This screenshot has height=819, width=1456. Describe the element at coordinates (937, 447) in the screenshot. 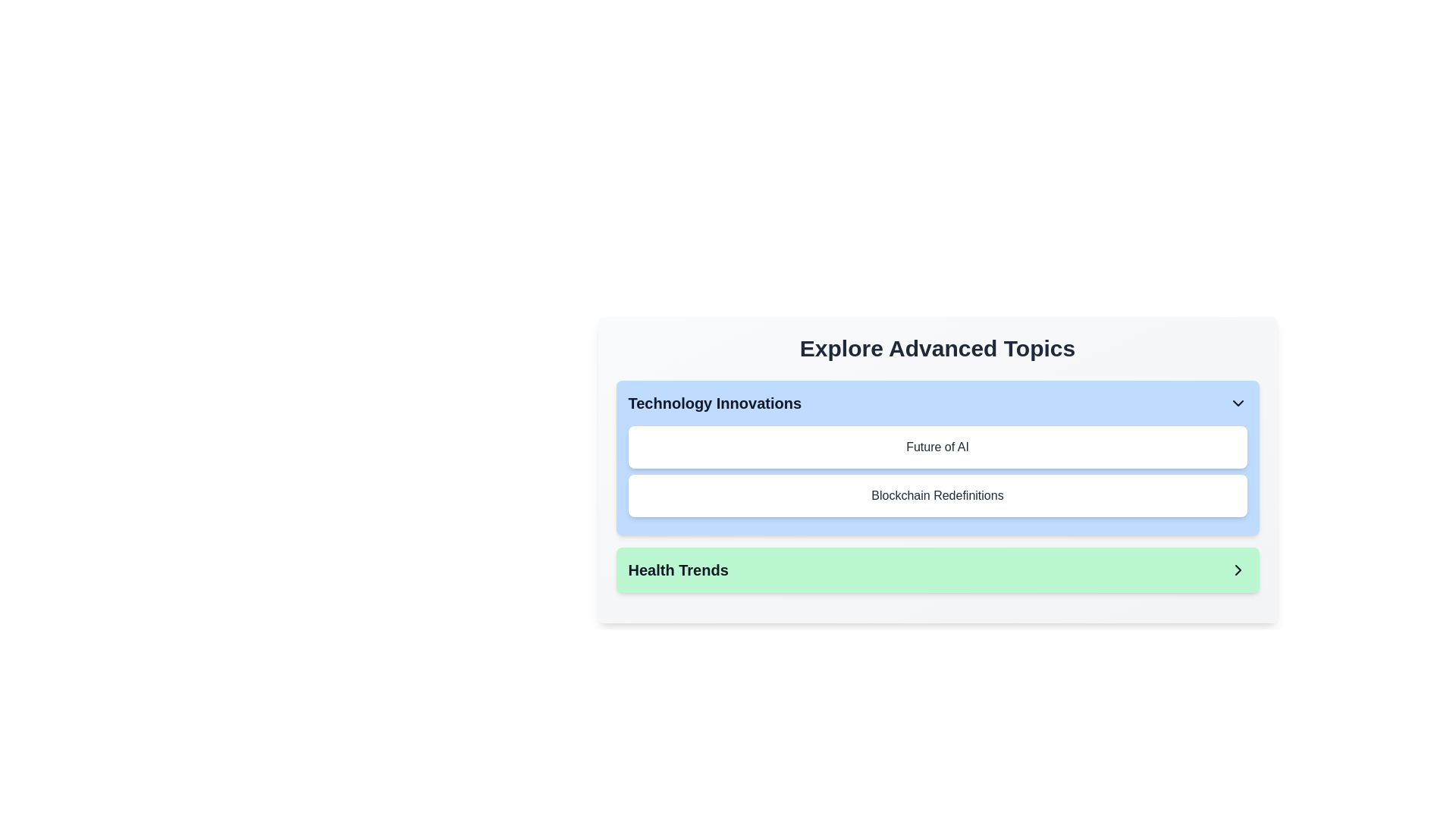

I see `text 'Future of AI' displayed prominently in a bold and modern typeface within the first option of the 'Technology Innovations' section` at that location.